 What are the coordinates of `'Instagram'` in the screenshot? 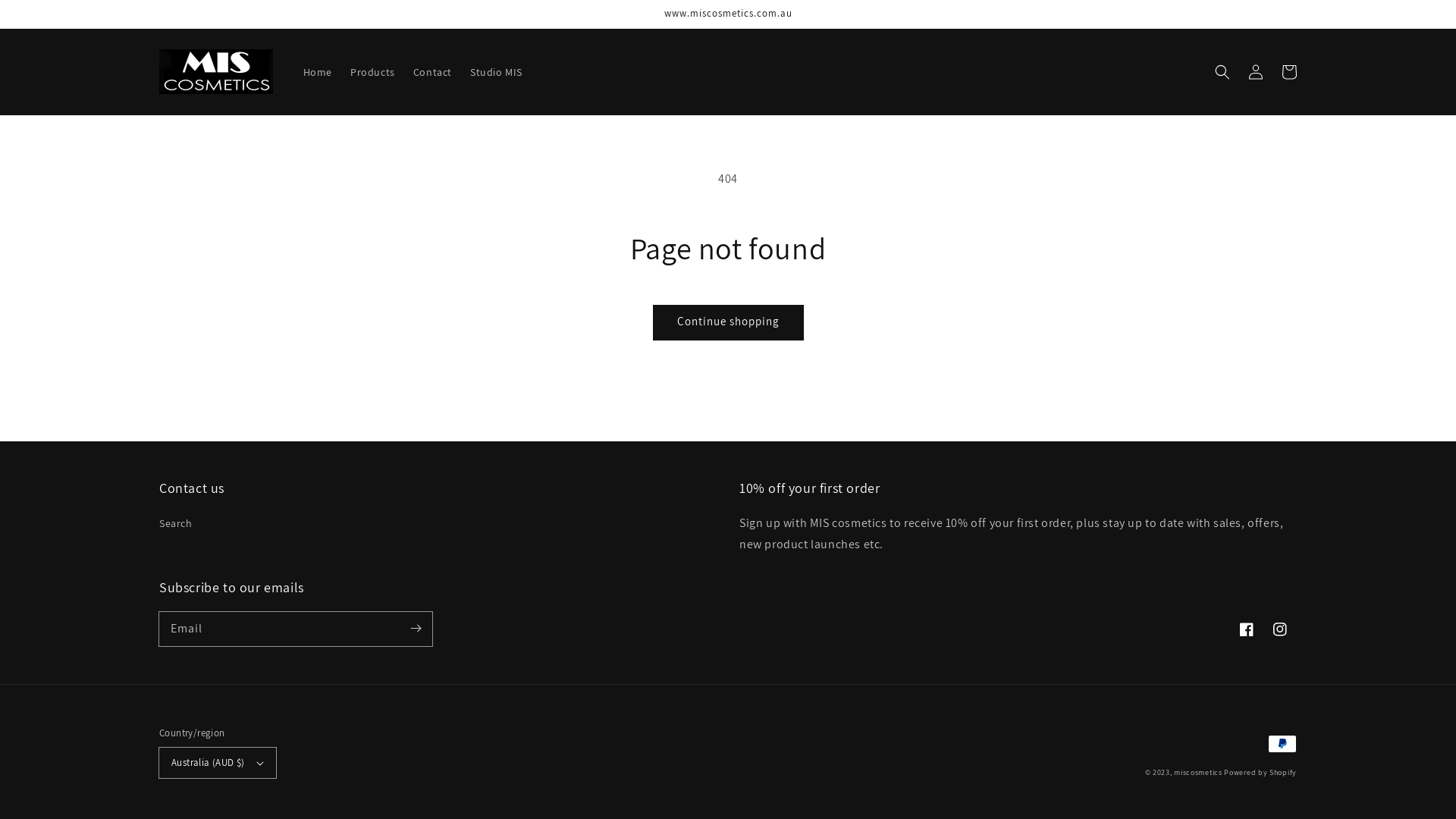 It's located at (1279, 629).